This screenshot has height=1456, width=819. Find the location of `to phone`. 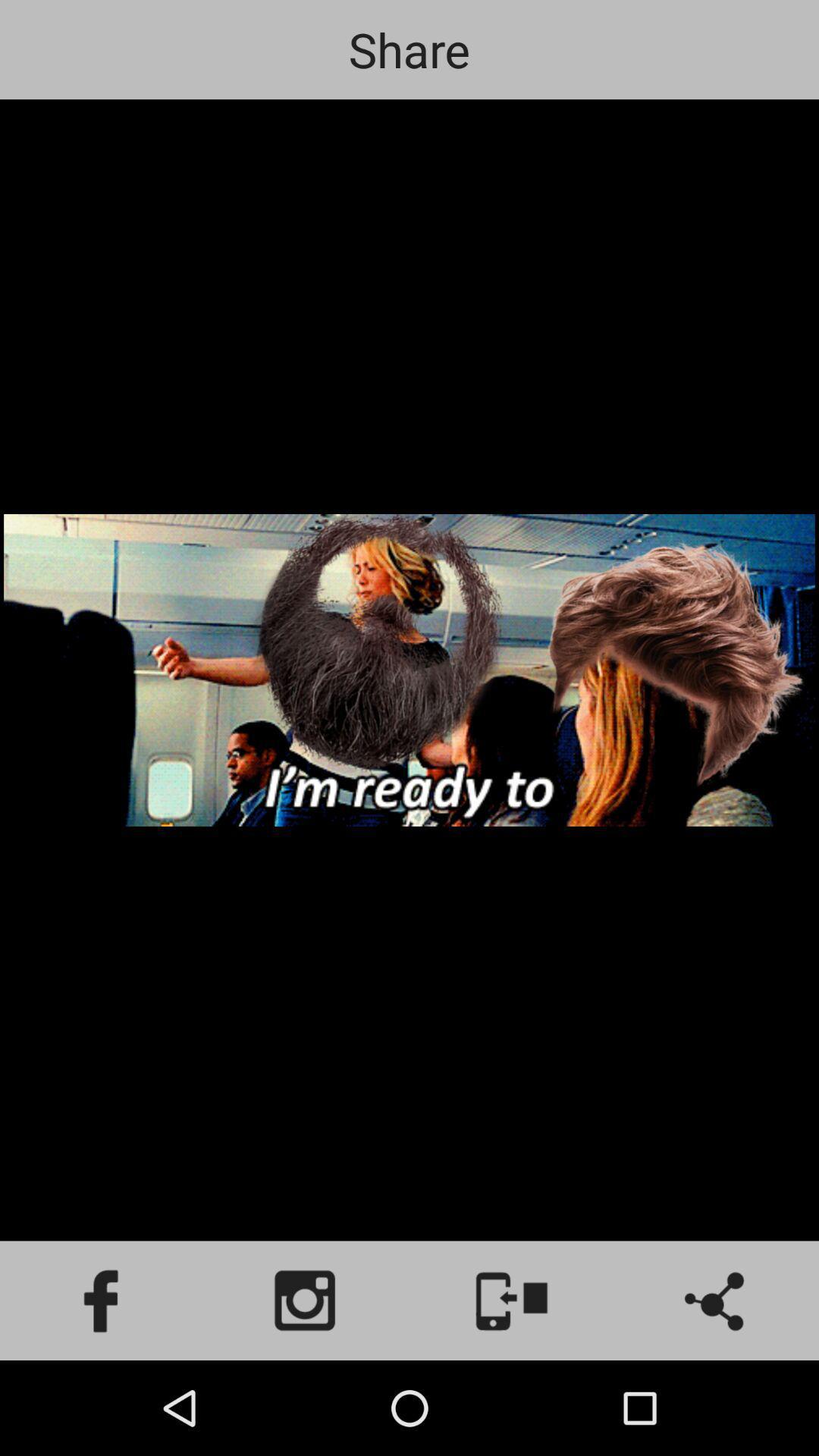

to phone is located at coordinates (512, 1300).